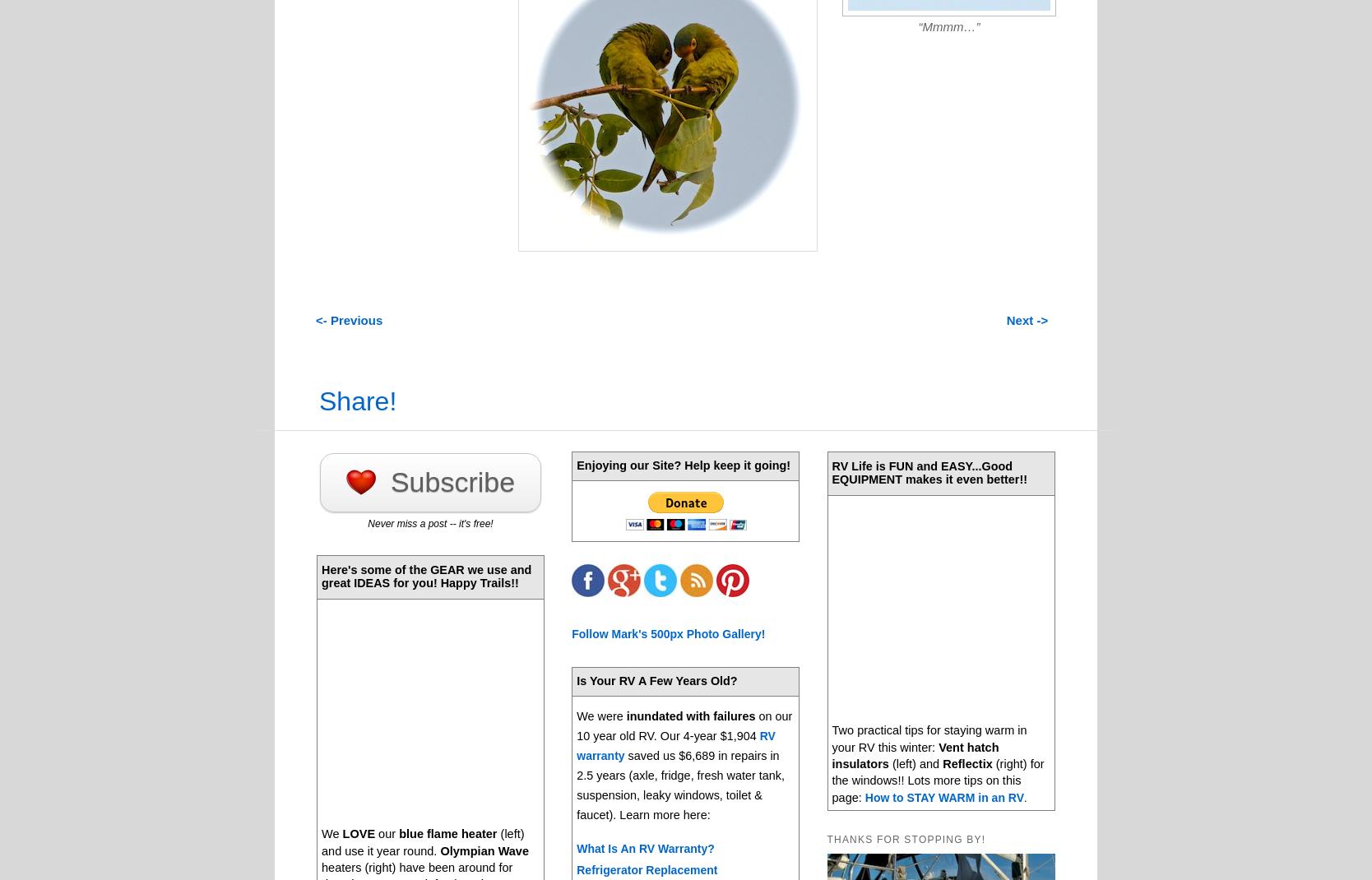 This screenshot has height=880, width=1372. Describe the element at coordinates (331, 834) in the screenshot. I see `'We'` at that location.